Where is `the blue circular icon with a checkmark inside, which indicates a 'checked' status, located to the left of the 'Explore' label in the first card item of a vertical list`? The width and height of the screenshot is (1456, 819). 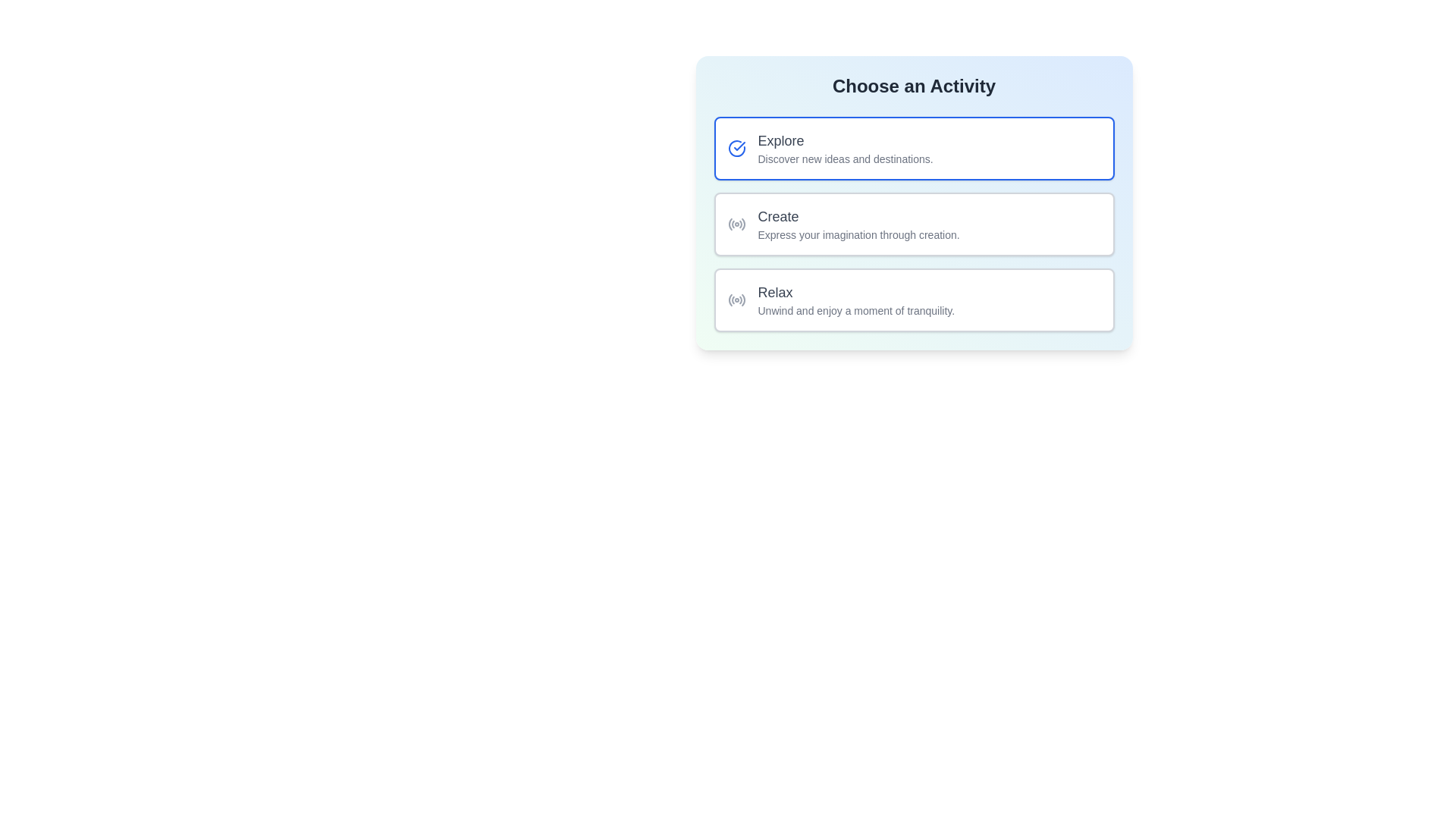
the blue circular icon with a checkmark inside, which indicates a 'checked' status, located to the left of the 'Explore' label in the first card item of a vertical list is located at coordinates (736, 149).